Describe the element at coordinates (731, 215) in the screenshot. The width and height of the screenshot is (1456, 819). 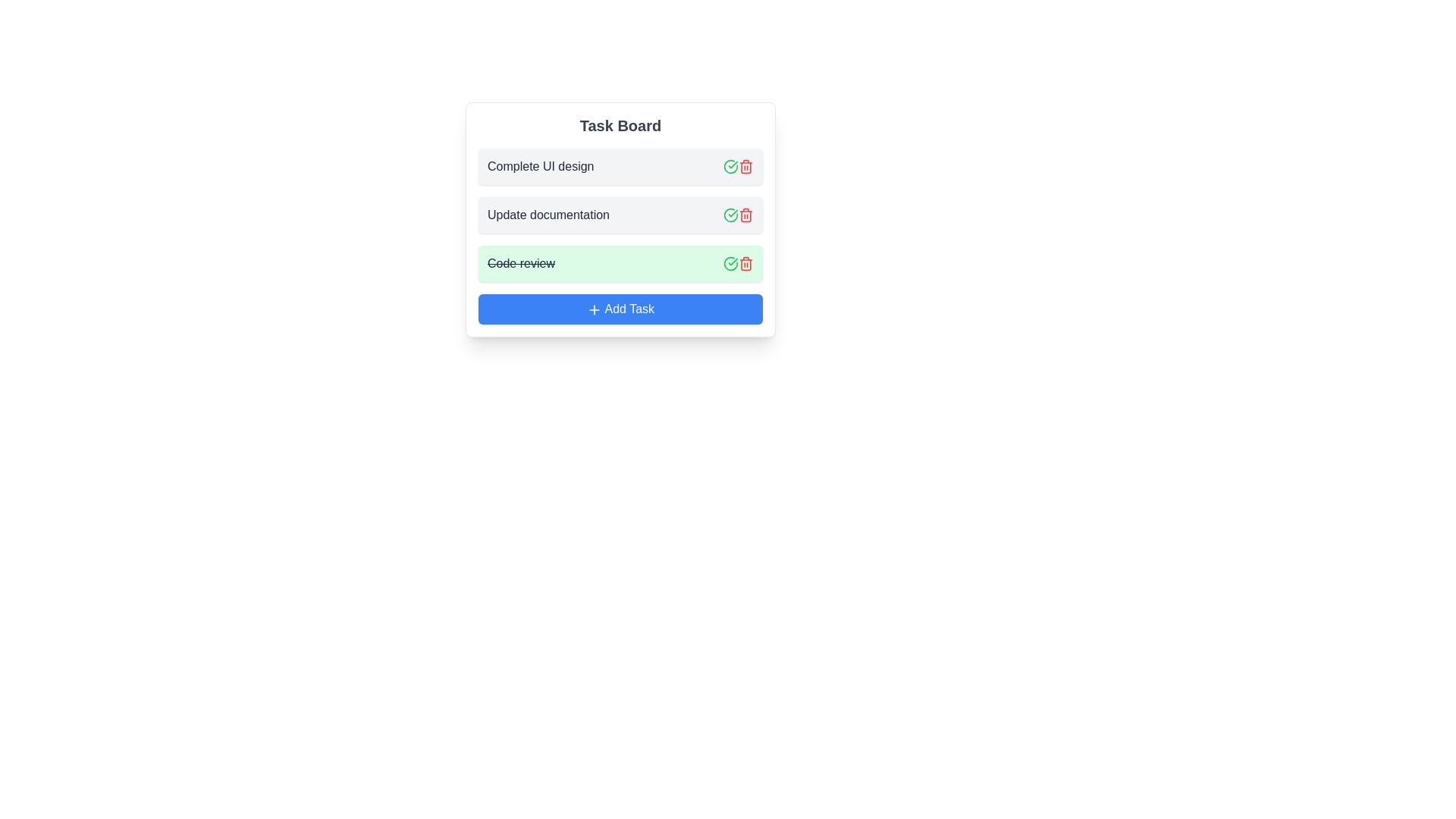
I see `the circular green check mark icon next to the 'Update documentation' text to mark the task as completed` at that location.